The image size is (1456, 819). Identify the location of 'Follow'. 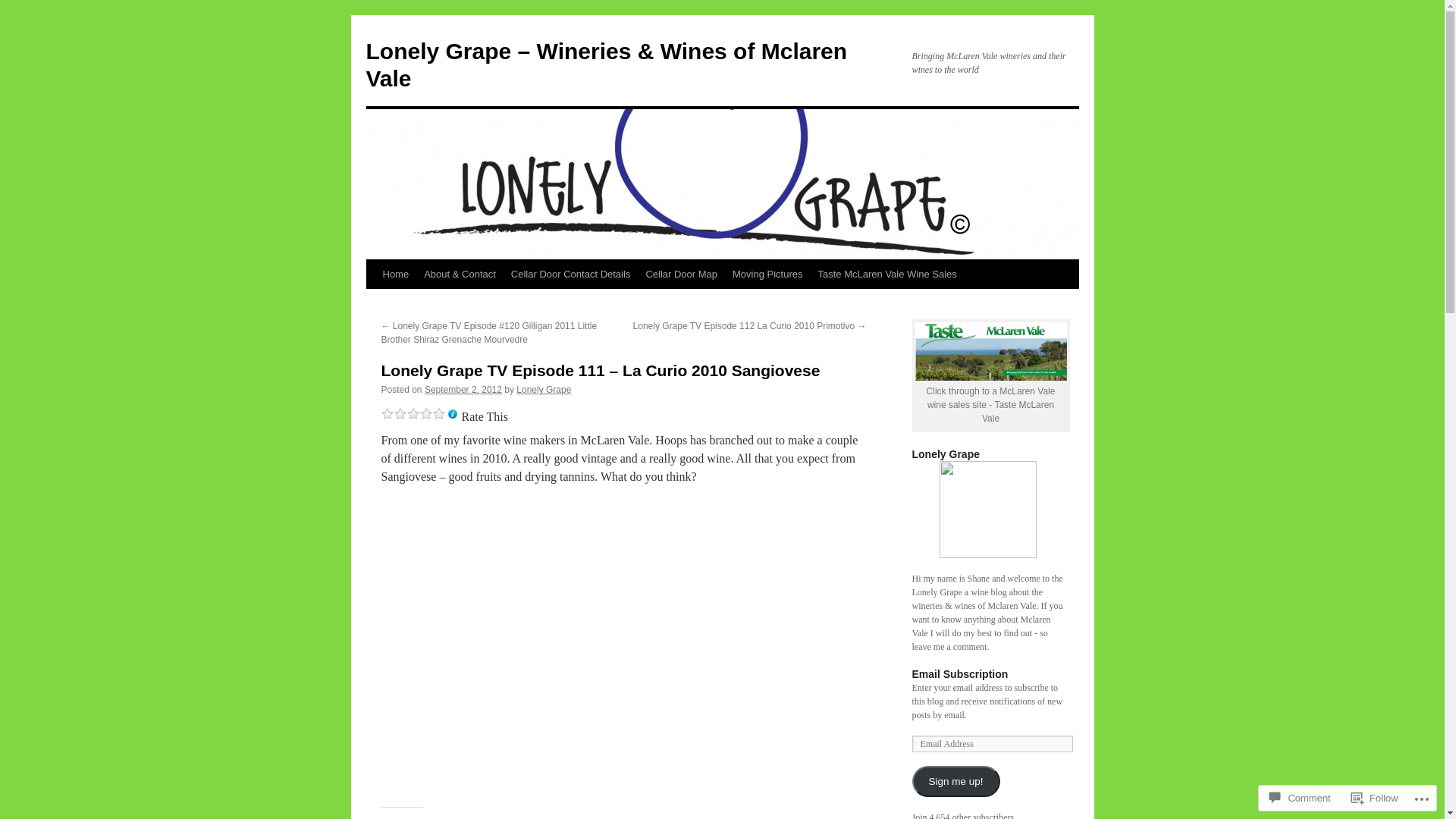
(1375, 797).